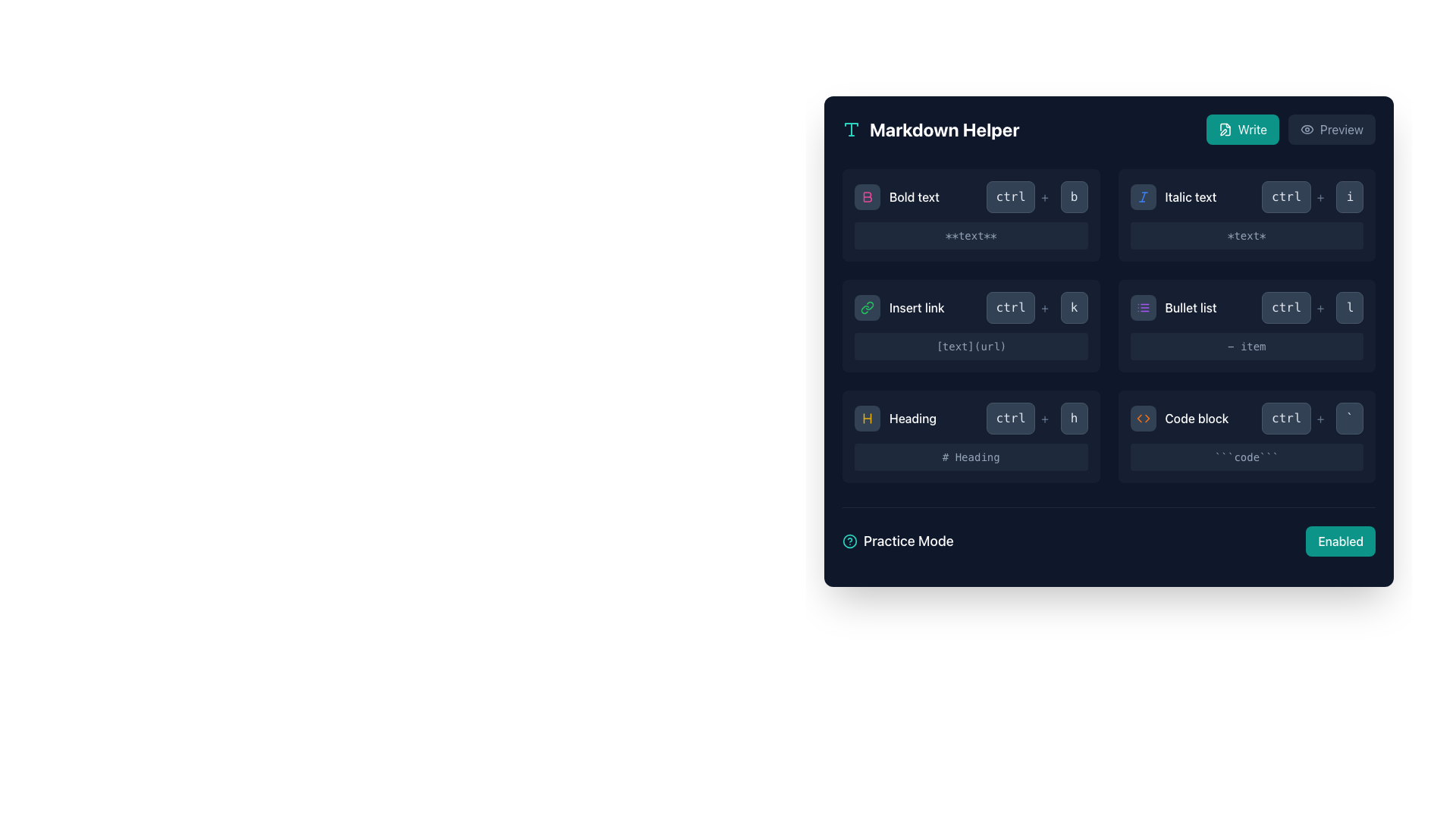 The height and width of the screenshot is (819, 1456). Describe the element at coordinates (1010, 196) in the screenshot. I see `the button-like text display labeled 'ctrl', which has a dark slate background and is part of the keyboard shortcut group for 'Bold text'` at that location.